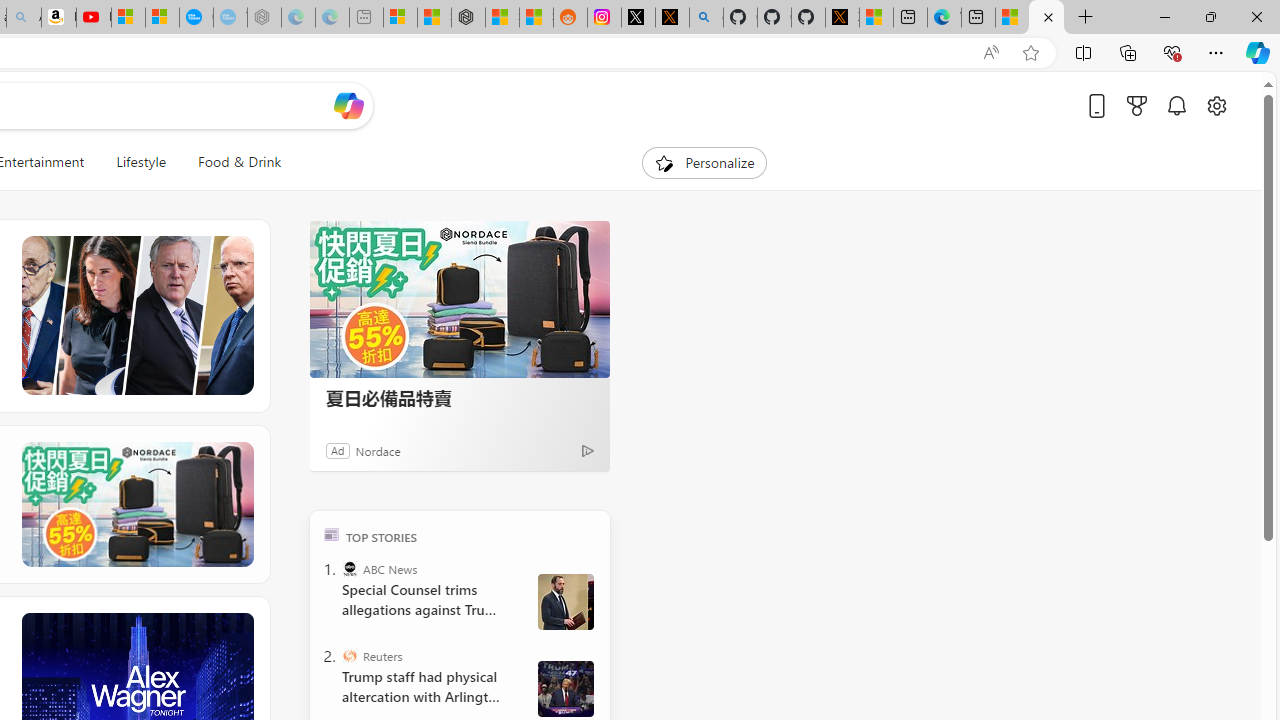  Describe the element at coordinates (704, 162) in the screenshot. I see `'Personalize'` at that location.